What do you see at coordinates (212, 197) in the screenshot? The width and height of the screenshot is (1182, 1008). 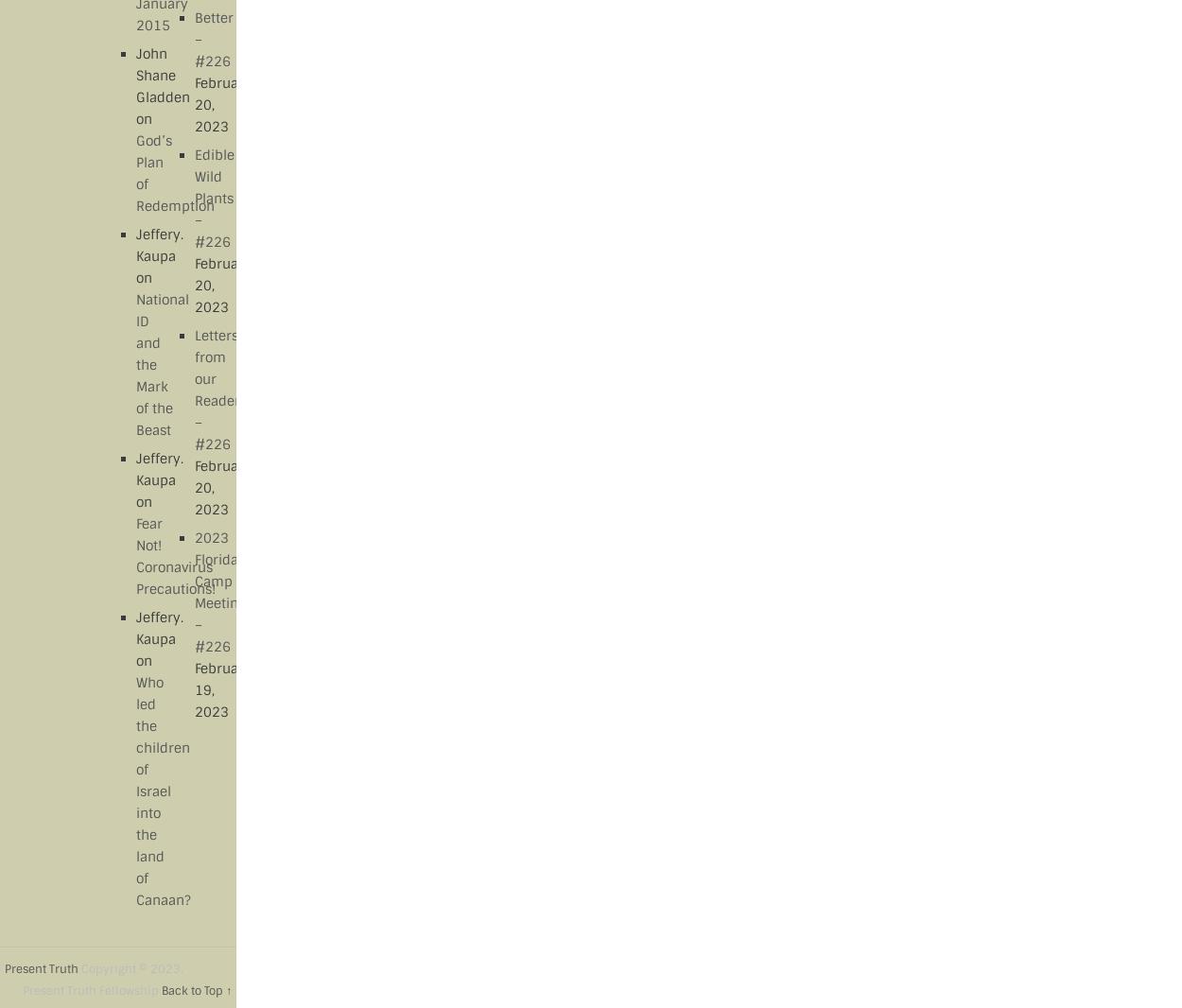 I see `'Edible Wild Plants – #226'` at bounding box center [212, 197].